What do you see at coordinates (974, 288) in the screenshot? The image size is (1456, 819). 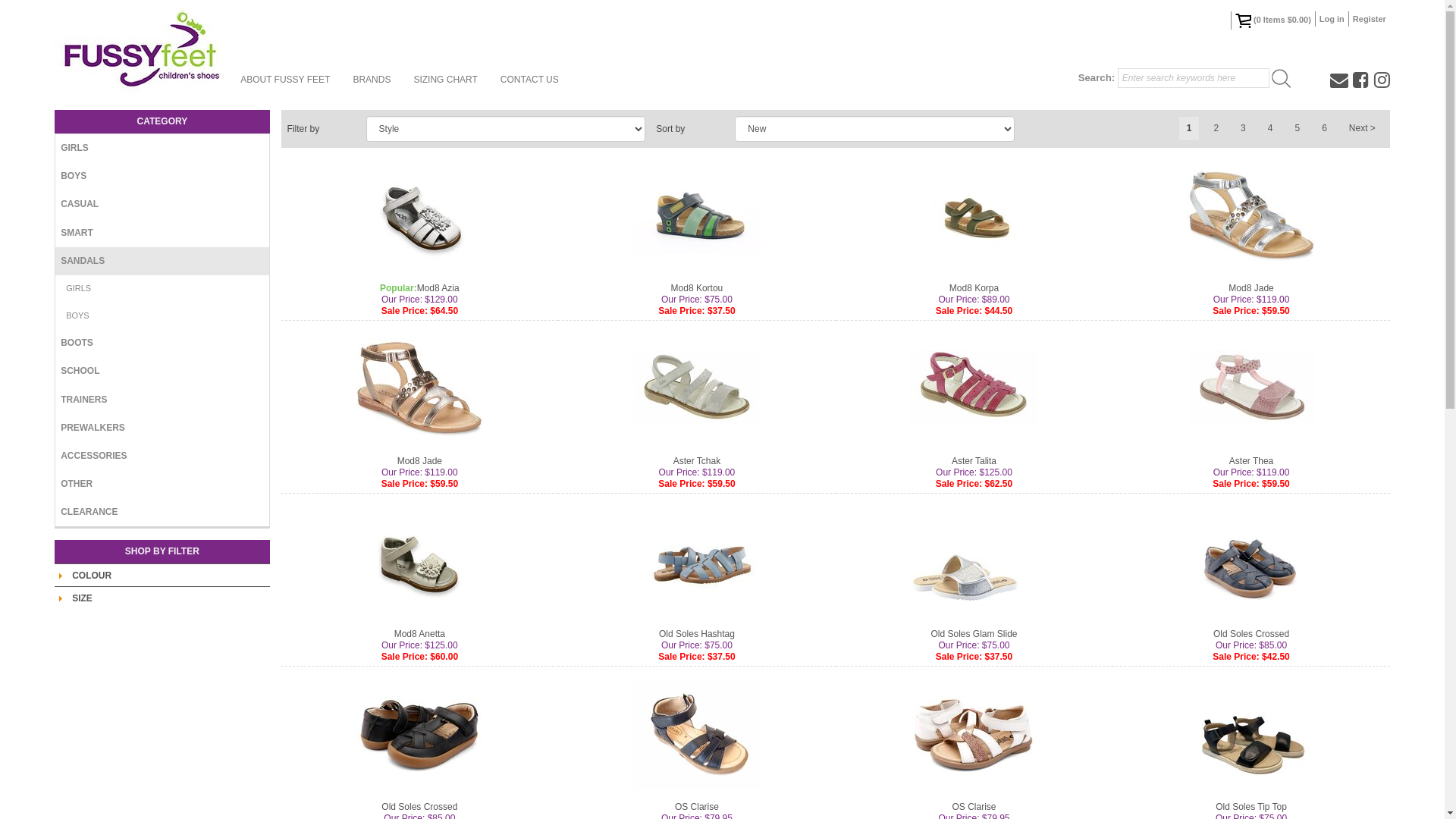 I see `'Mod8 Korpa'` at bounding box center [974, 288].